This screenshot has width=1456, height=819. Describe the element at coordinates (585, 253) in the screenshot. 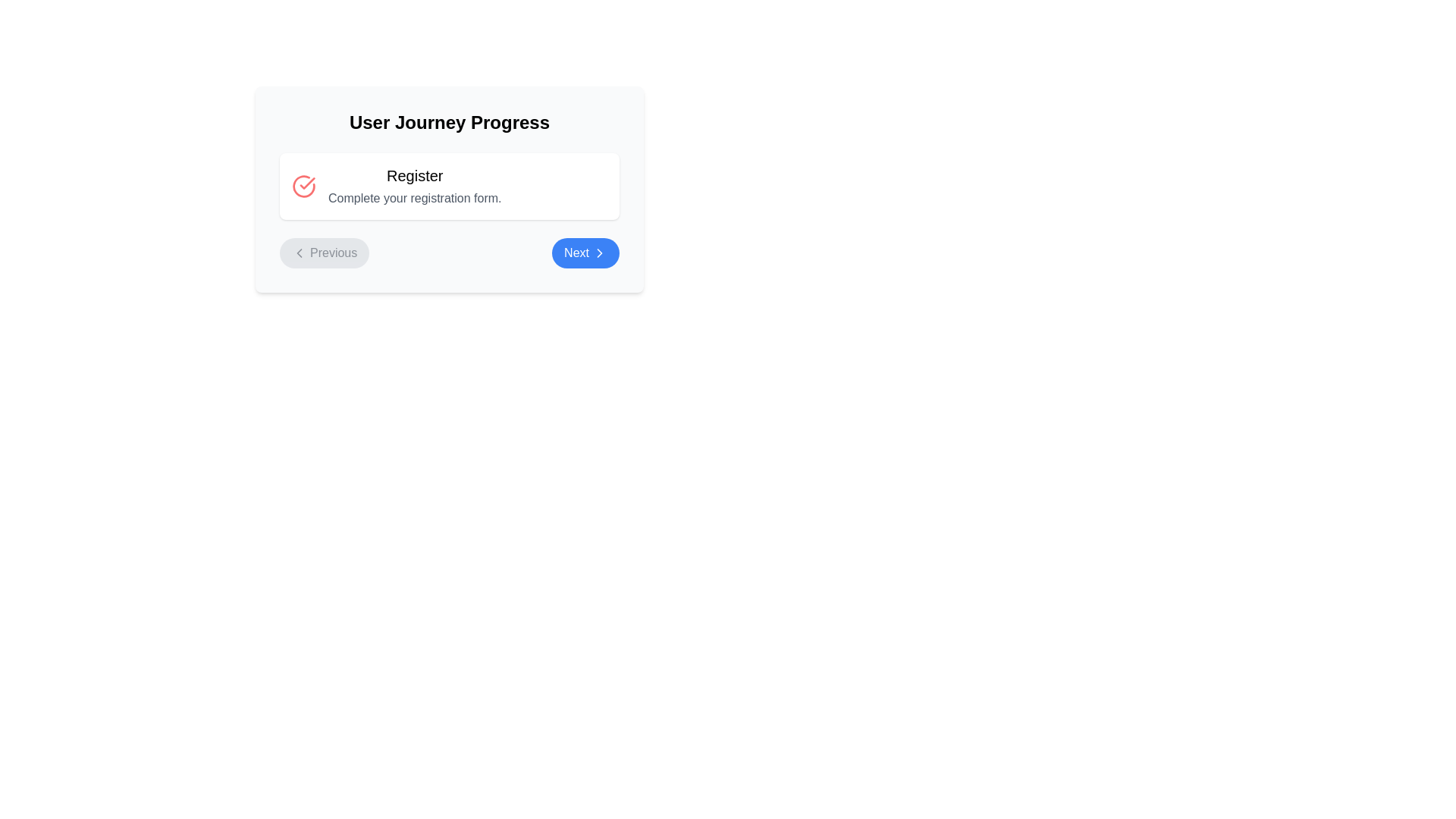

I see `the 'Next' button, which is styled with rounded corners, a blue background, and white text along with a right-facing arrow icon` at that location.